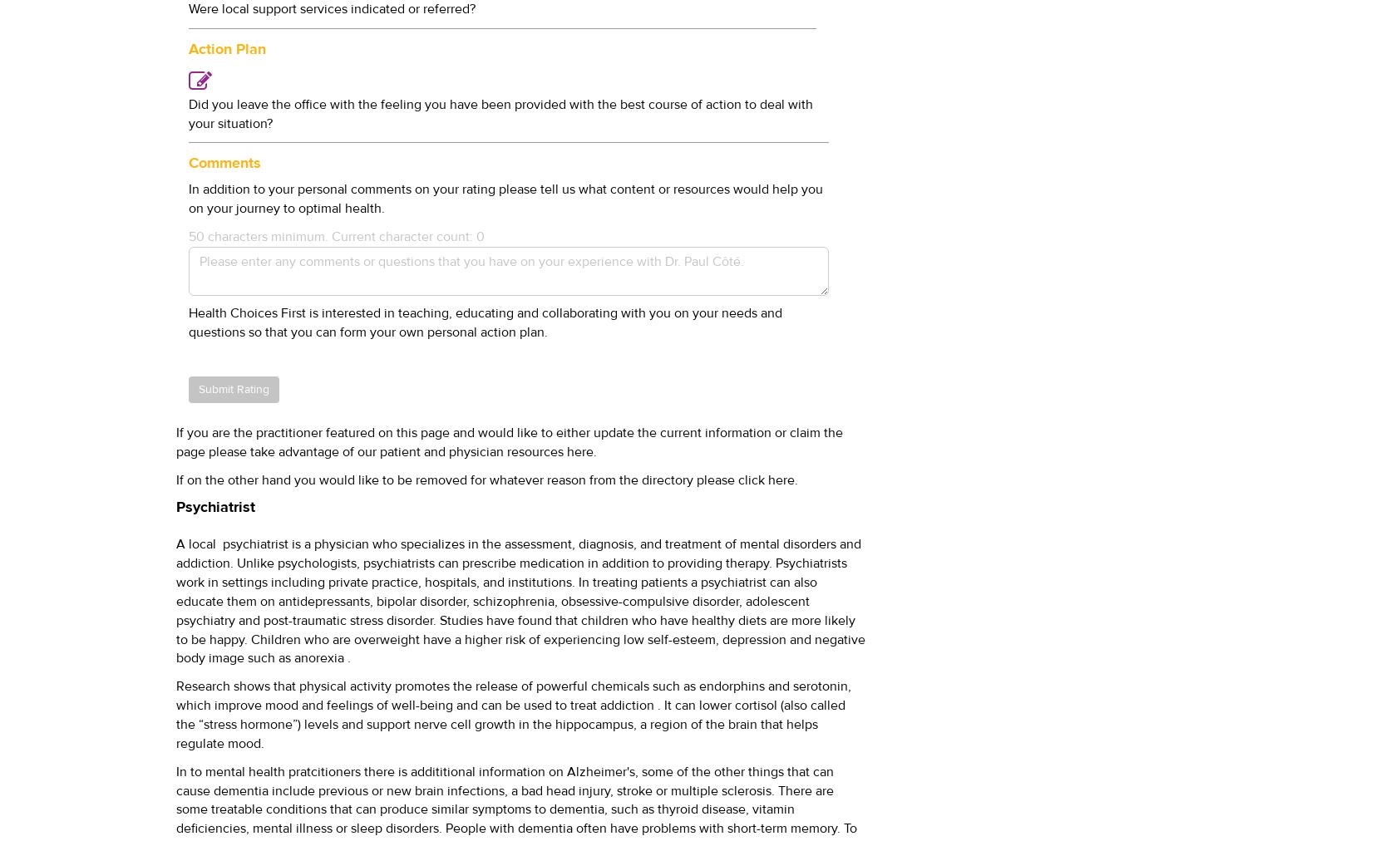  What do you see at coordinates (213, 789) in the screenshot?
I see `'dementia'` at bounding box center [213, 789].